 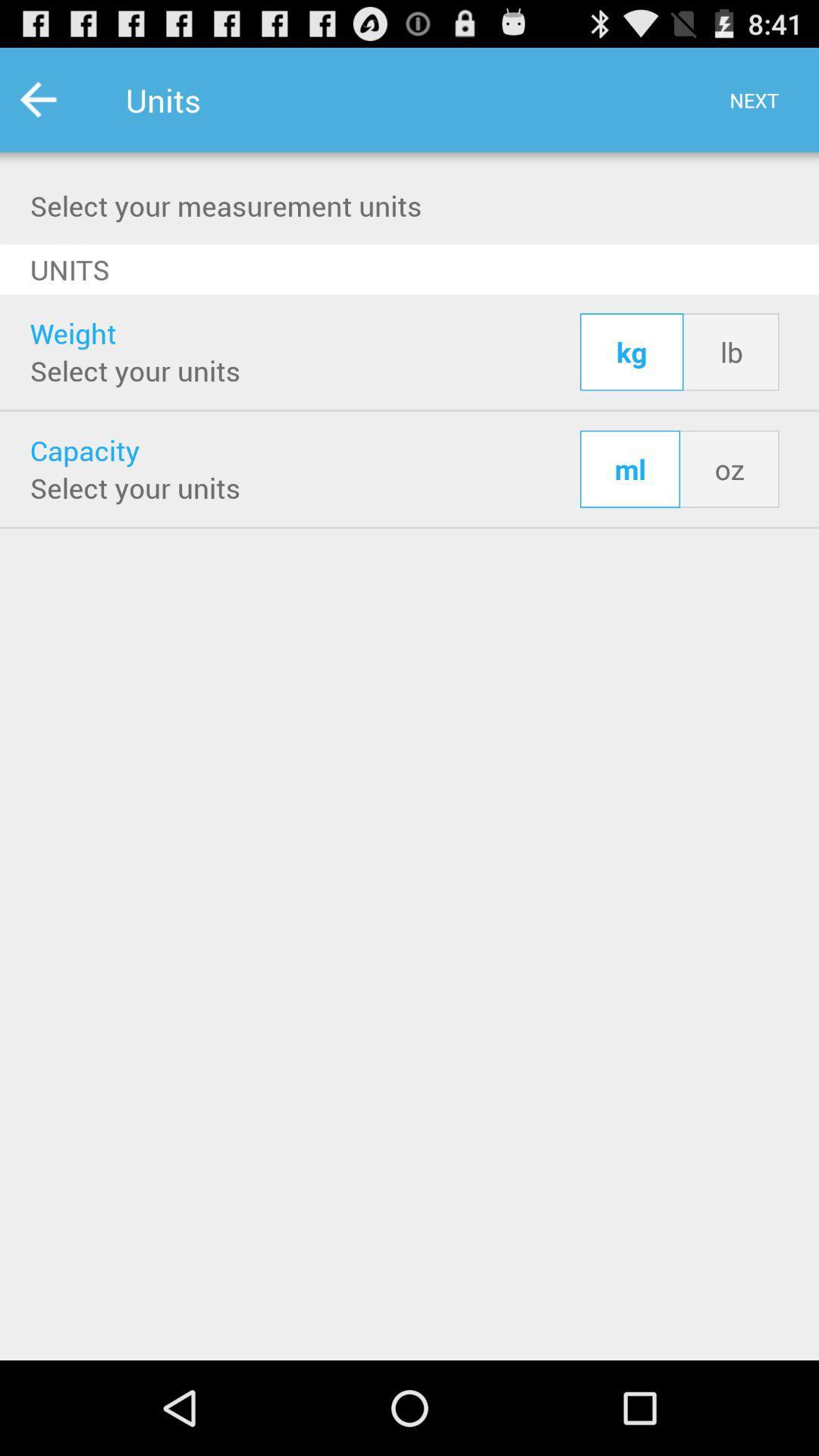 What do you see at coordinates (58, 106) in the screenshot?
I see `the star icon` at bounding box center [58, 106].